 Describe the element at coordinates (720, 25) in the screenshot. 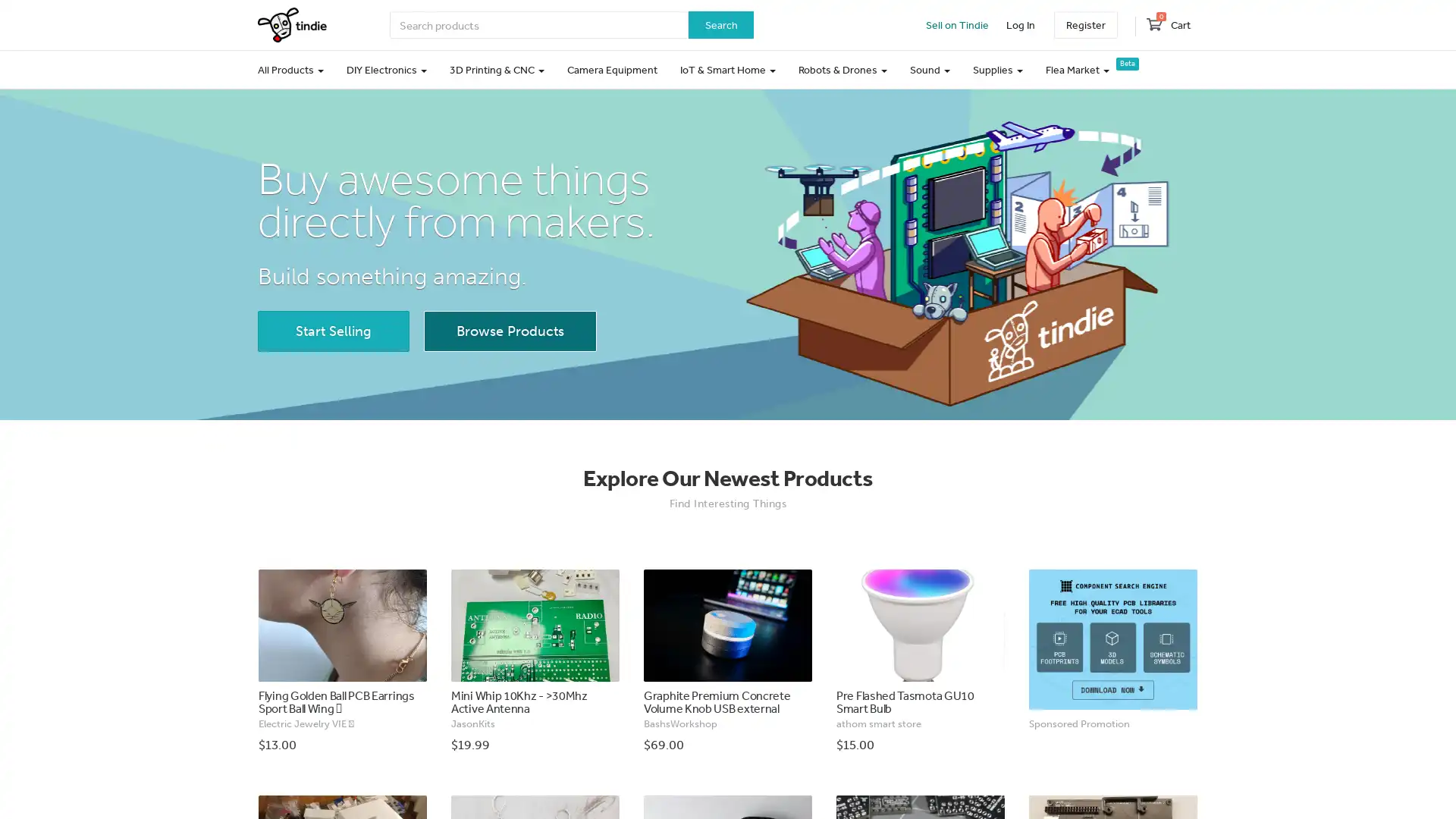

I see `Search` at that location.